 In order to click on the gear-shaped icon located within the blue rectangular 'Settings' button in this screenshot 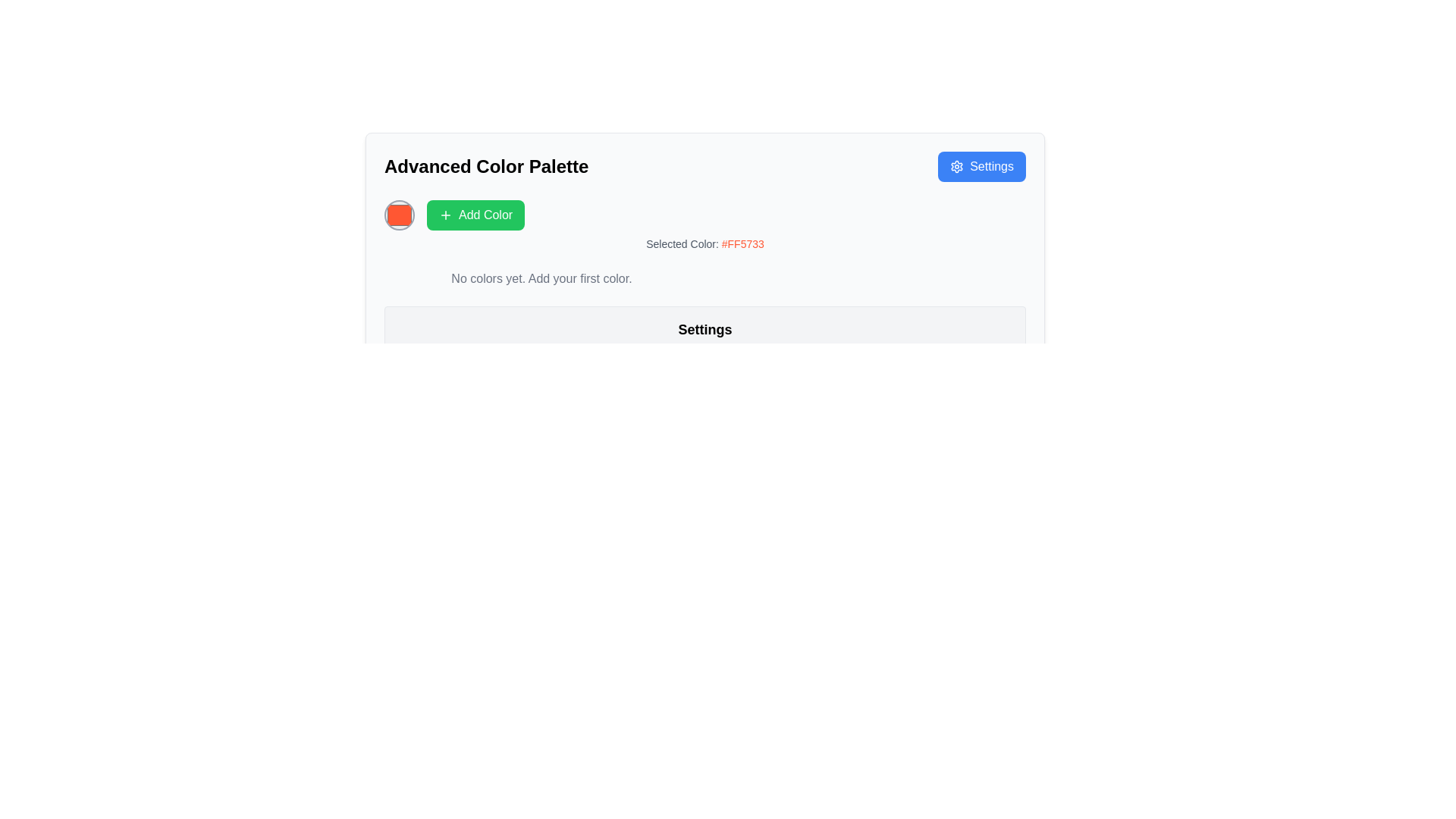, I will do `click(956, 166)`.